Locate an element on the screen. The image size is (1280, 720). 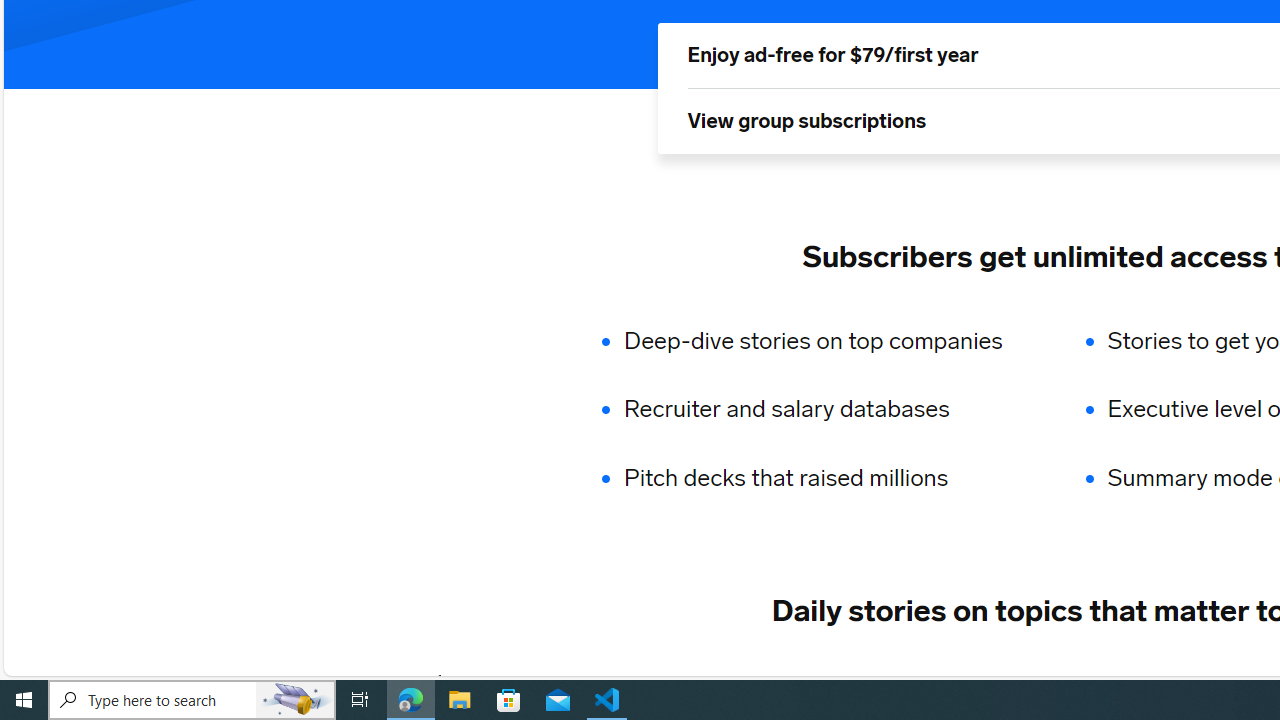
'Pitch decks that raised millions' is located at coordinates (826, 478).